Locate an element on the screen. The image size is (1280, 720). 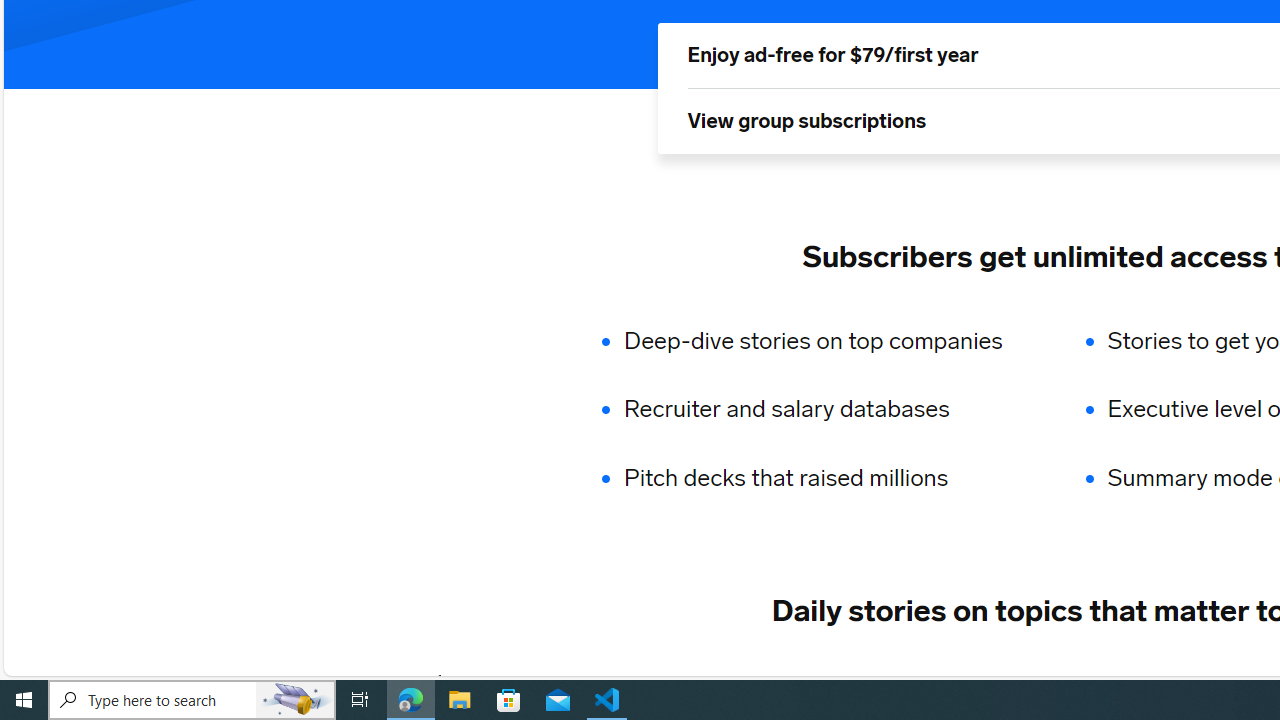
'Pitch decks that raised millions' is located at coordinates (826, 478).